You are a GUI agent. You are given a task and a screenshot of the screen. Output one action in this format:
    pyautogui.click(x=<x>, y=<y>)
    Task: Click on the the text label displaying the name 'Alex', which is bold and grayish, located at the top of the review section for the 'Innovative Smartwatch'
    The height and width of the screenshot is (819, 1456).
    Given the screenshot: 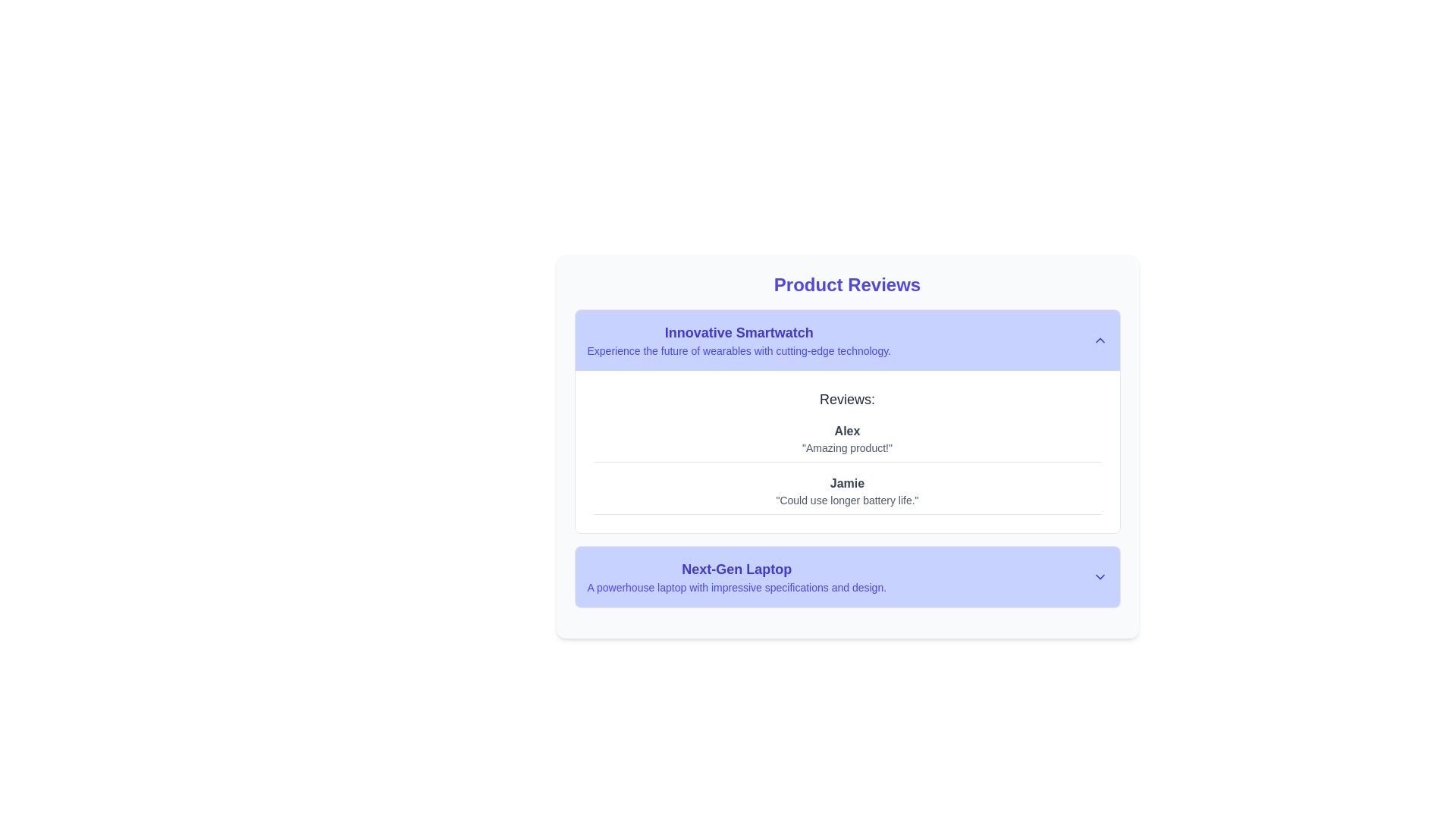 What is the action you would take?
    pyautogui.click(x=846, y=431)
    